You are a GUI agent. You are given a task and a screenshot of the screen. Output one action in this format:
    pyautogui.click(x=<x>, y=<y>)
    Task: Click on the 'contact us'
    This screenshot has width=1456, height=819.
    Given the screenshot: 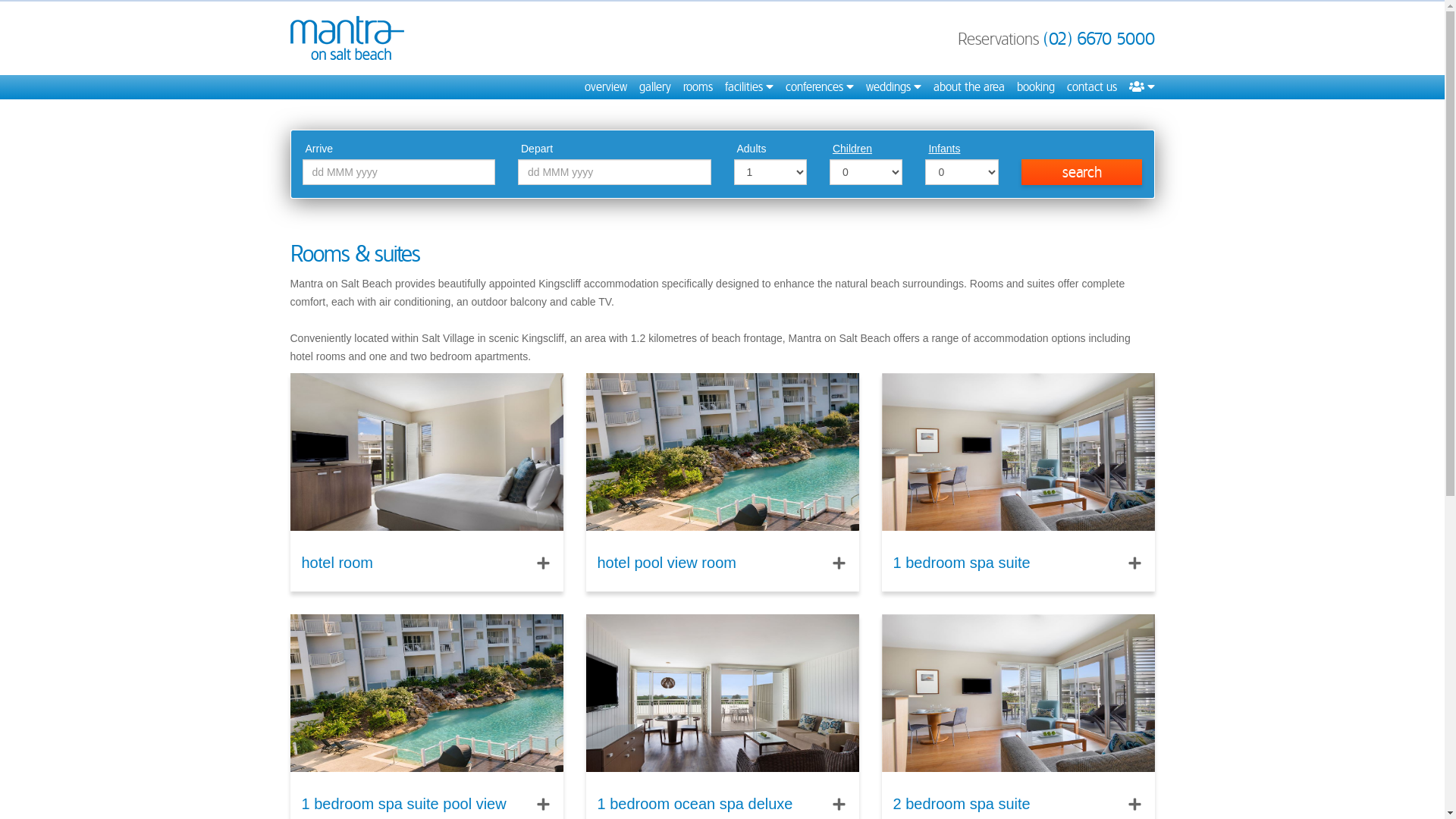 What is the action you would take?
    pyautogui.click(x=1090, y=87)
    